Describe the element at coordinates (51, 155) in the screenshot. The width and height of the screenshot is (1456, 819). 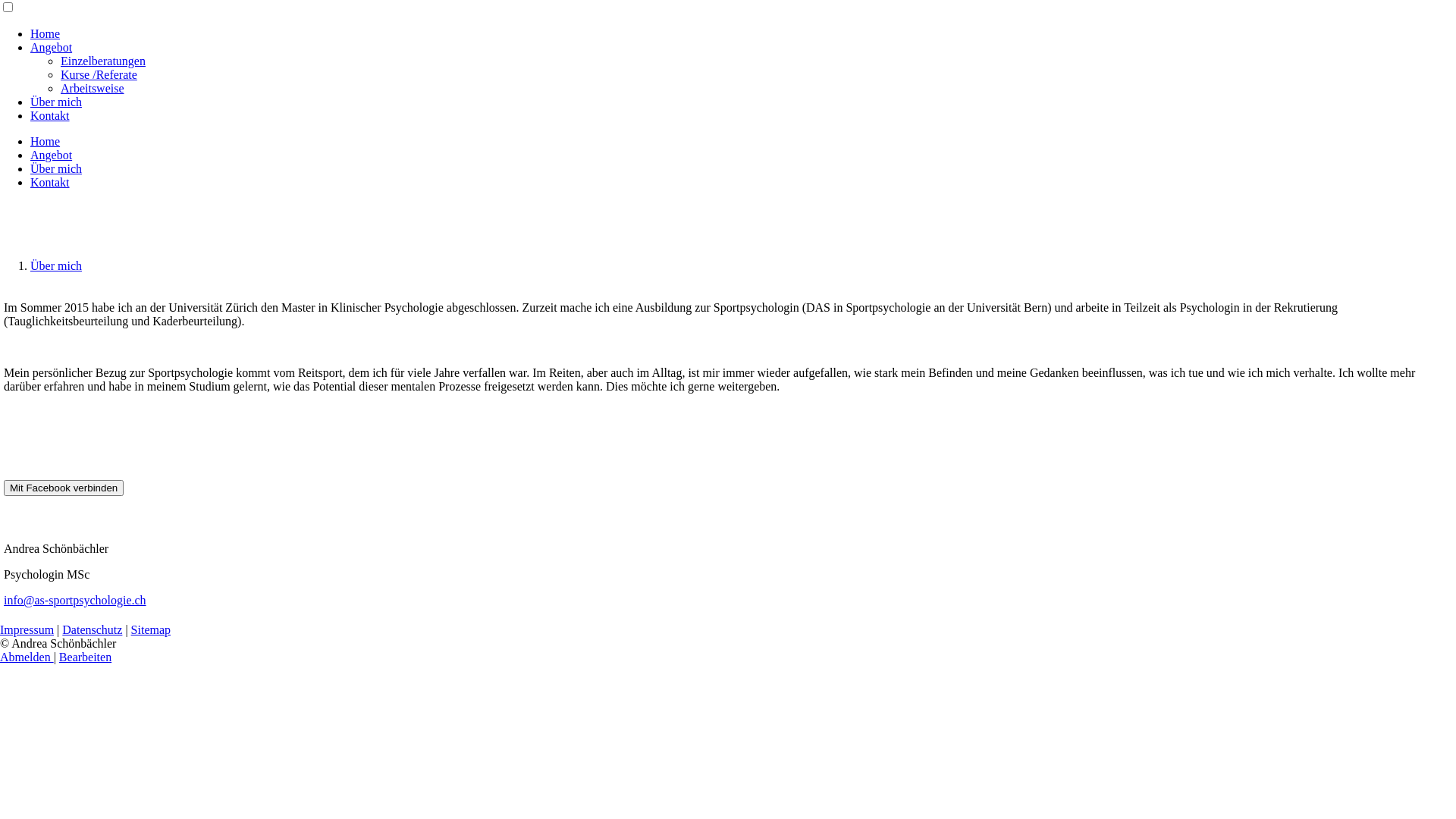
I see `'Angebot'` at that location.